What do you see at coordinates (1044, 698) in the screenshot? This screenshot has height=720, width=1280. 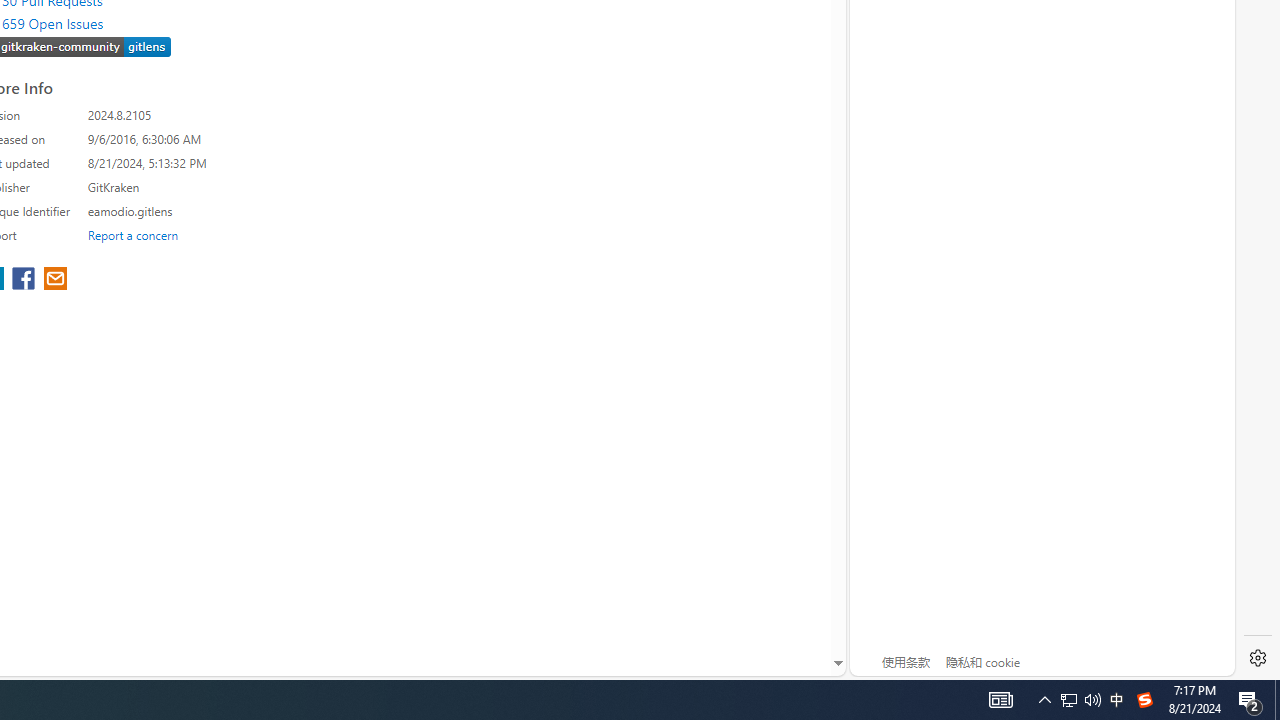 I see `'Notification Chevron'` at bounding box center [1044, 698].